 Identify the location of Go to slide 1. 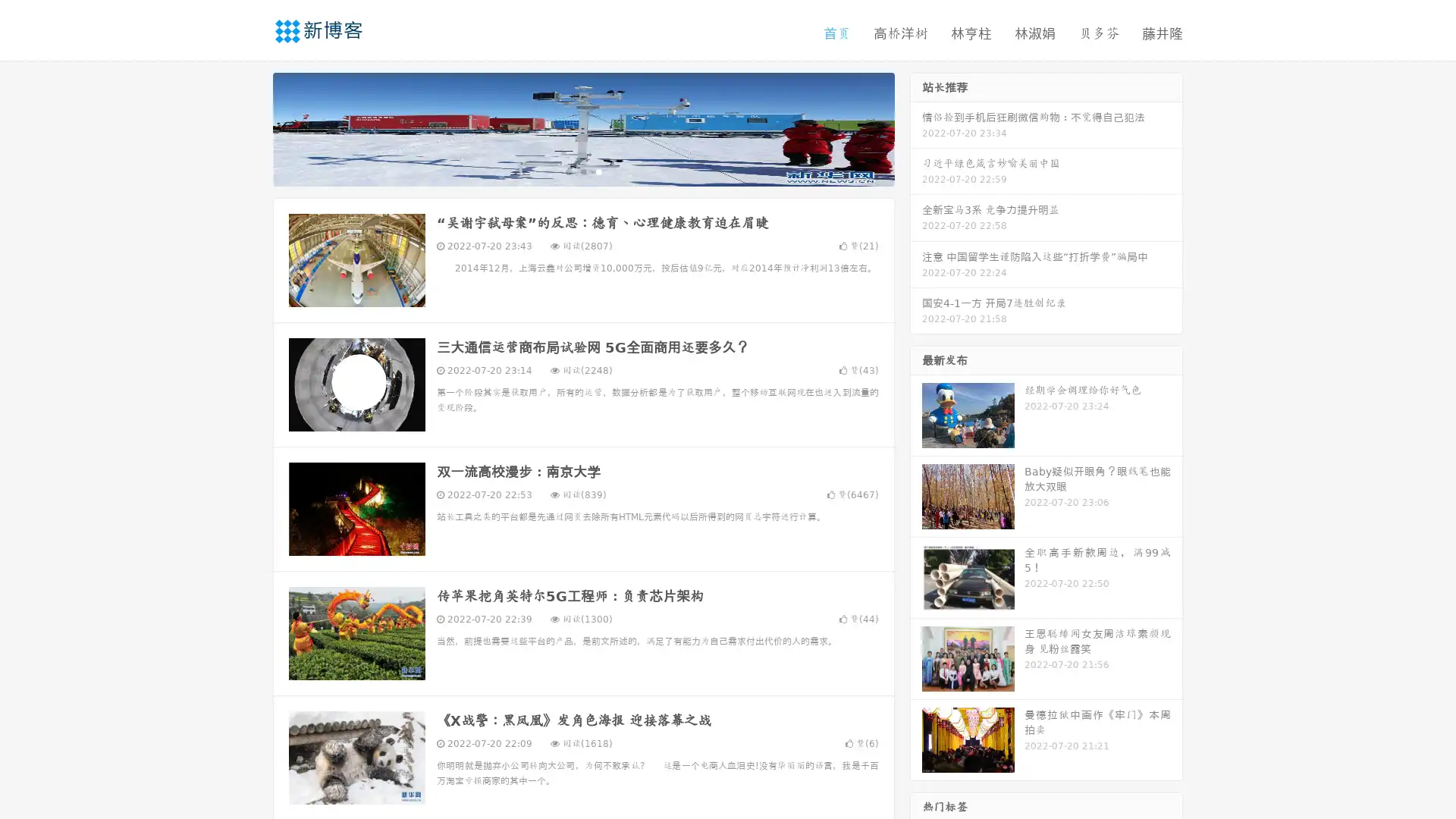
(567, 171).